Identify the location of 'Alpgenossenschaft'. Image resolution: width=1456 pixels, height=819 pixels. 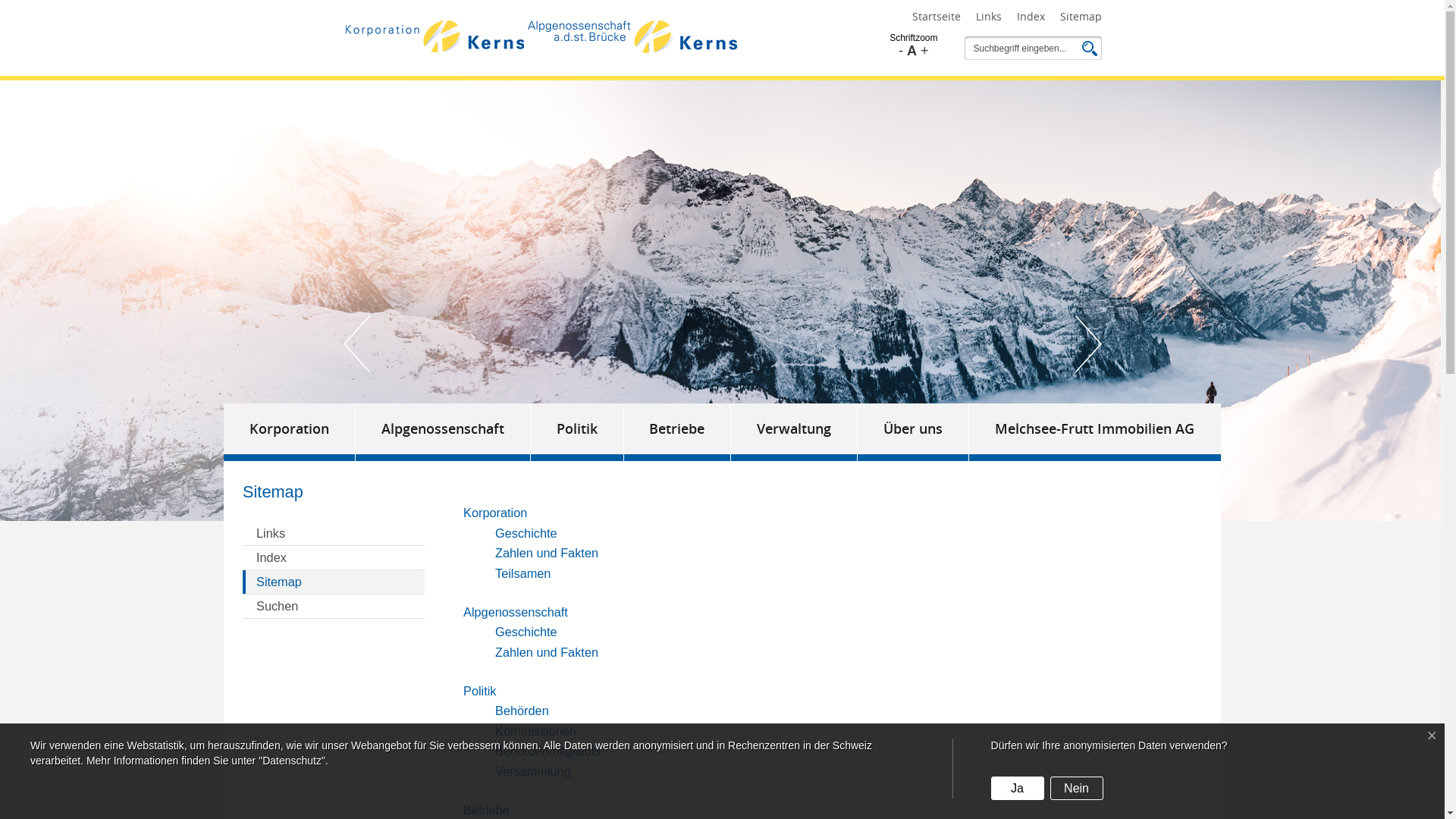
(516, 610).